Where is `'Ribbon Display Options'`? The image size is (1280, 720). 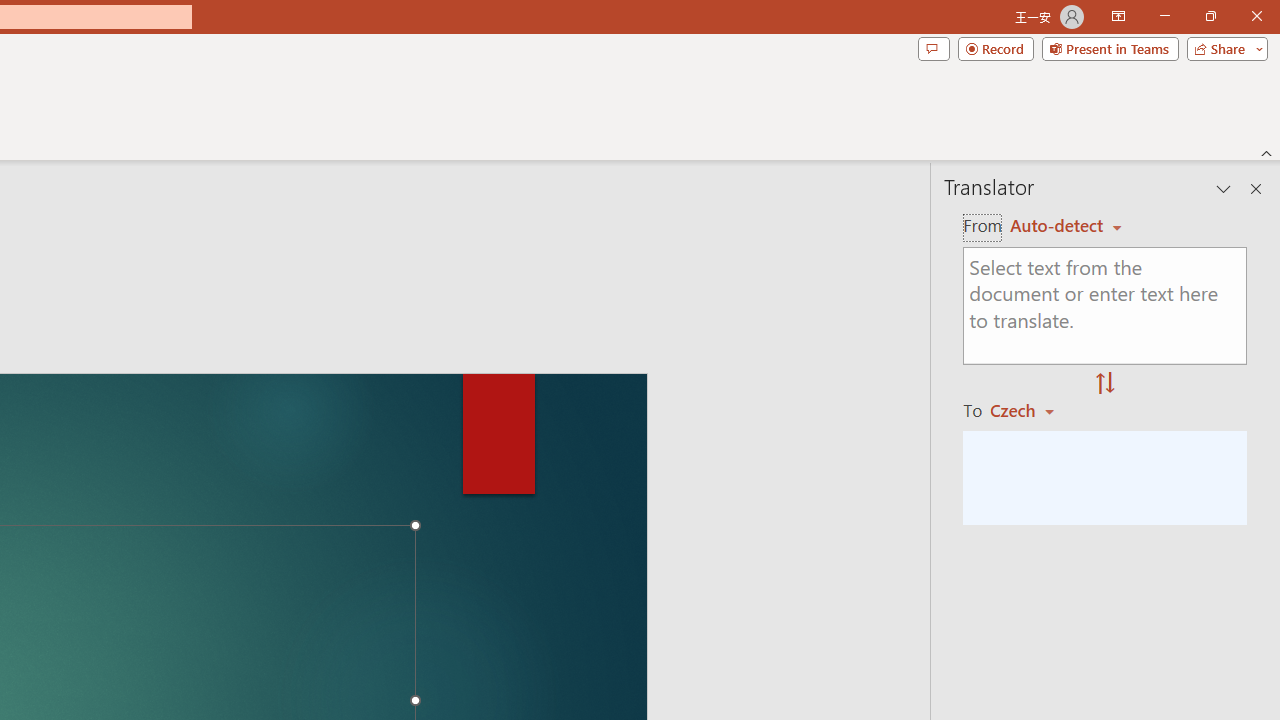 'Ribbon Display Options' is located at coordinates (1117, 16).